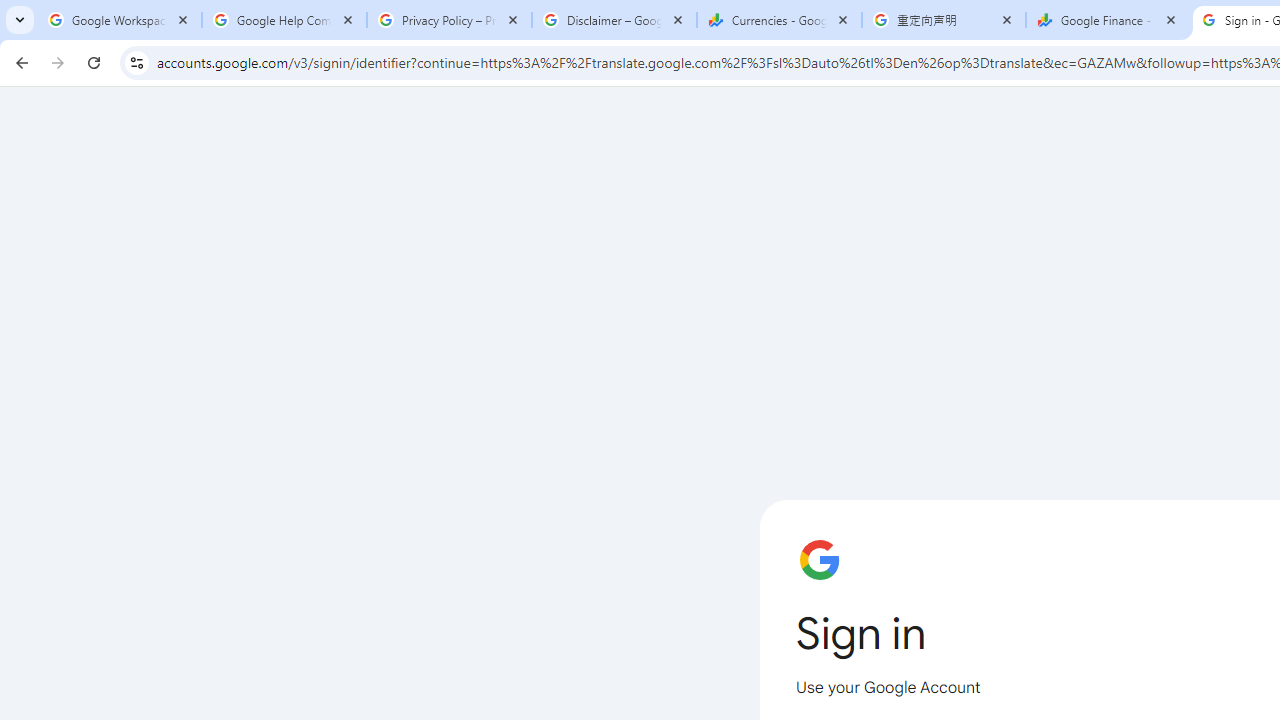 The width and height of the screenshot is (1280, 720). What do you see at coordinates (118, 20) in the screenshot?
I see `'Google Workspace Admin Community'` at bounding box center [118, 20].